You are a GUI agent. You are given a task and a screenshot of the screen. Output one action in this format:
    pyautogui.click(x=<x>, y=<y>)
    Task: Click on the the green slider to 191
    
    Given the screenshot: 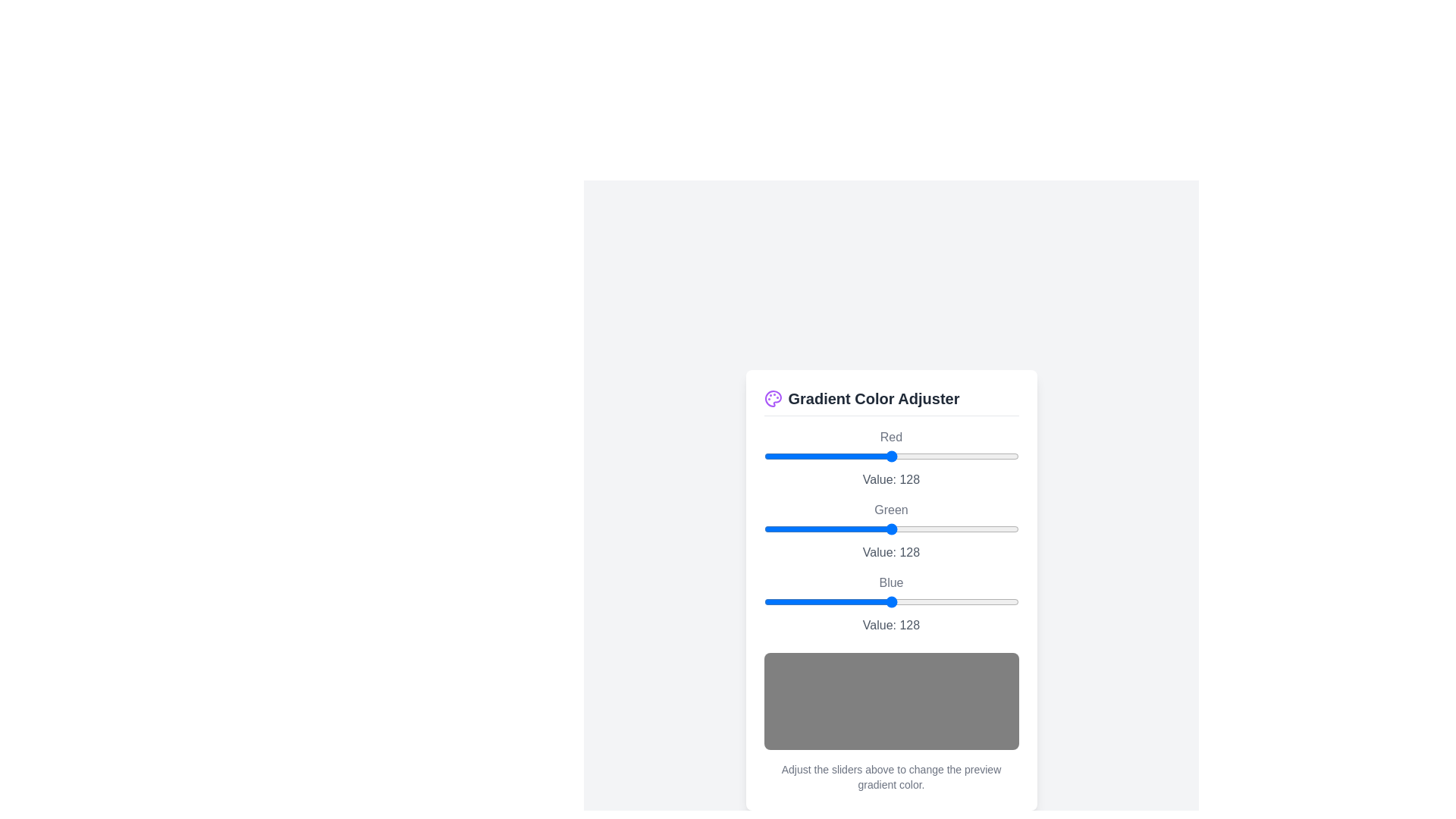 What is the action you would take?
    pyautogui.click(x=954, y=528)
    